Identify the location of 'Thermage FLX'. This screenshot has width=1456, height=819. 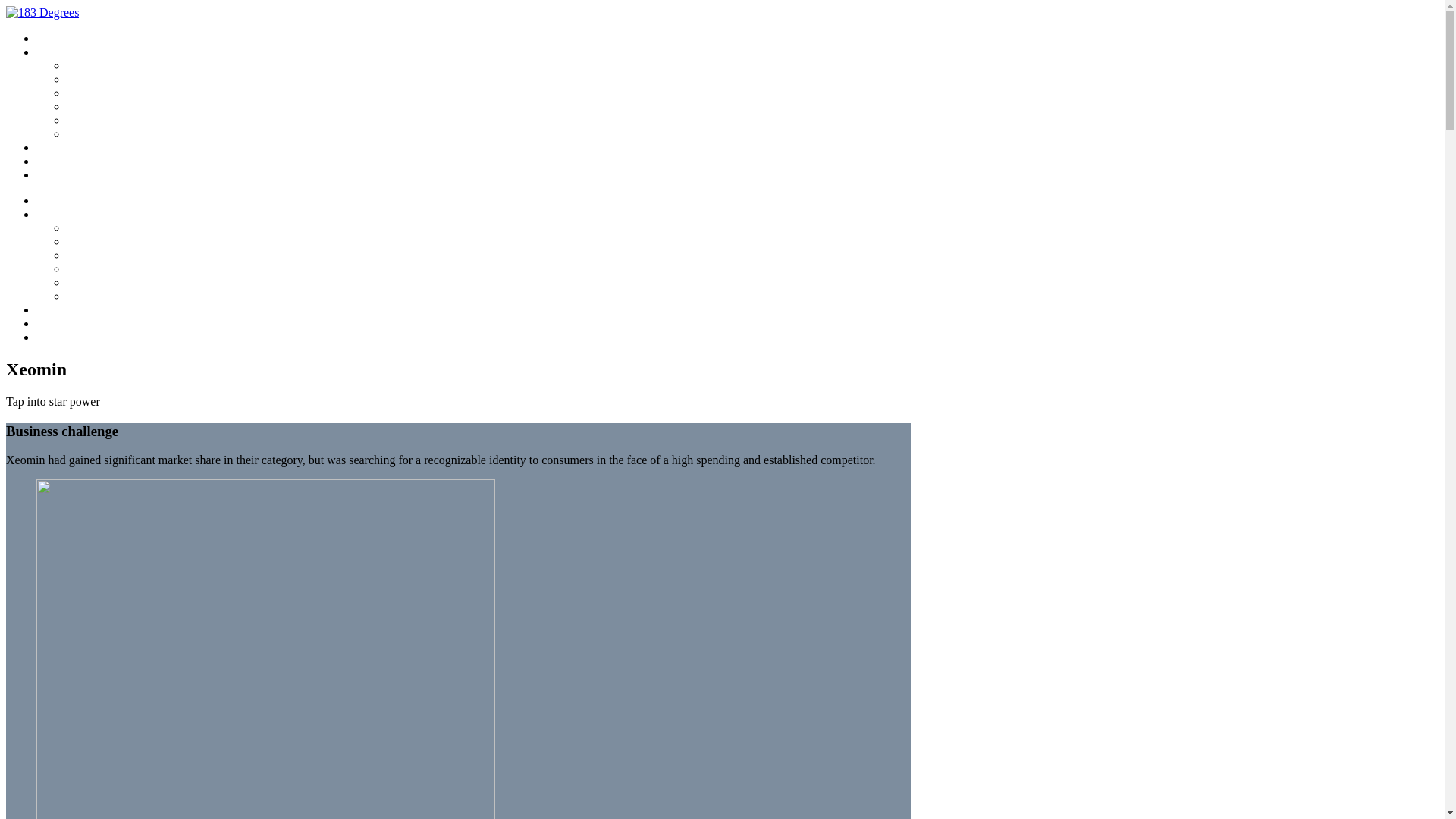
(65, 227).